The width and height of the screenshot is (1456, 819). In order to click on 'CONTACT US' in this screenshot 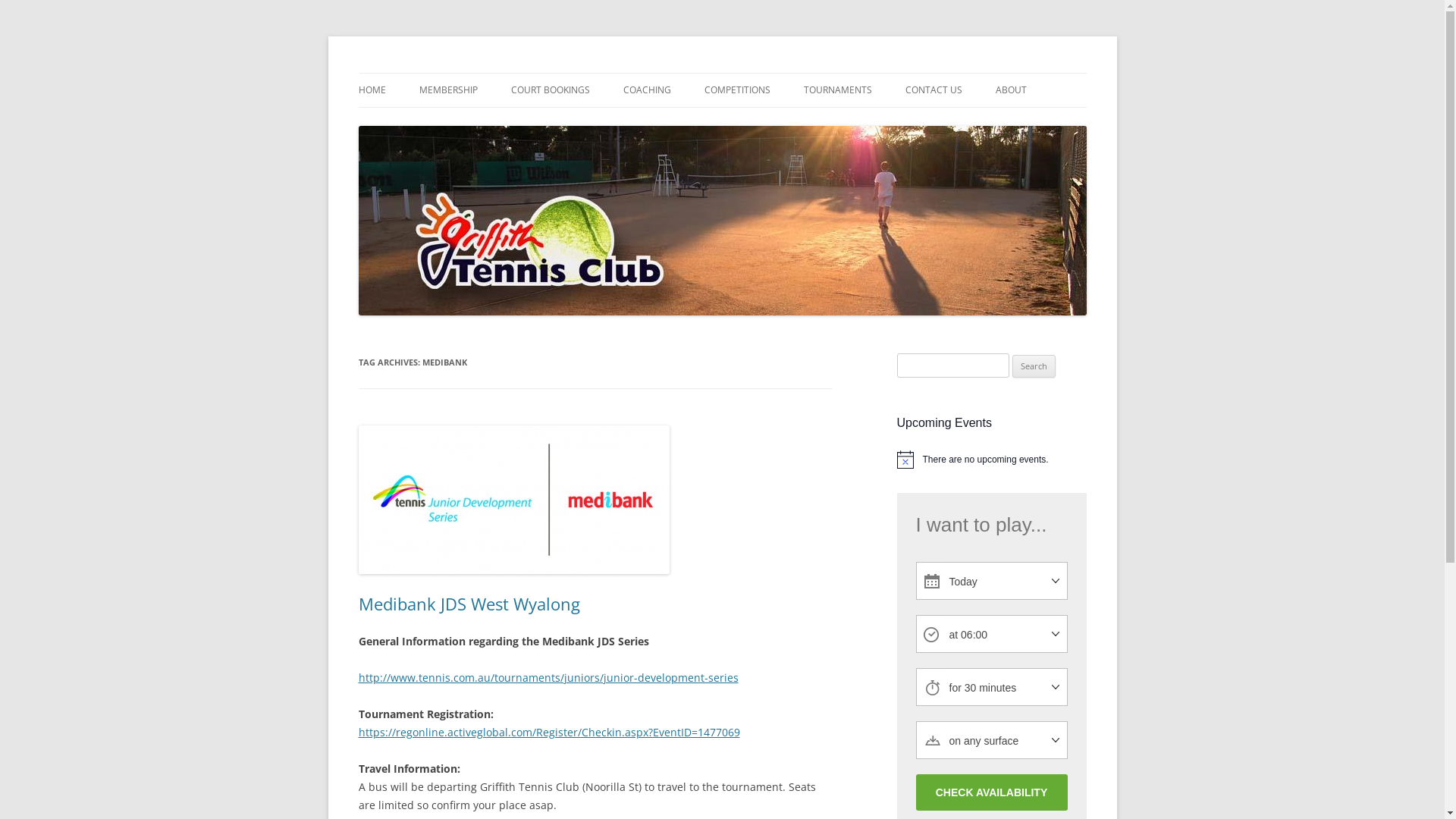, I will do `click(933, 90)`.